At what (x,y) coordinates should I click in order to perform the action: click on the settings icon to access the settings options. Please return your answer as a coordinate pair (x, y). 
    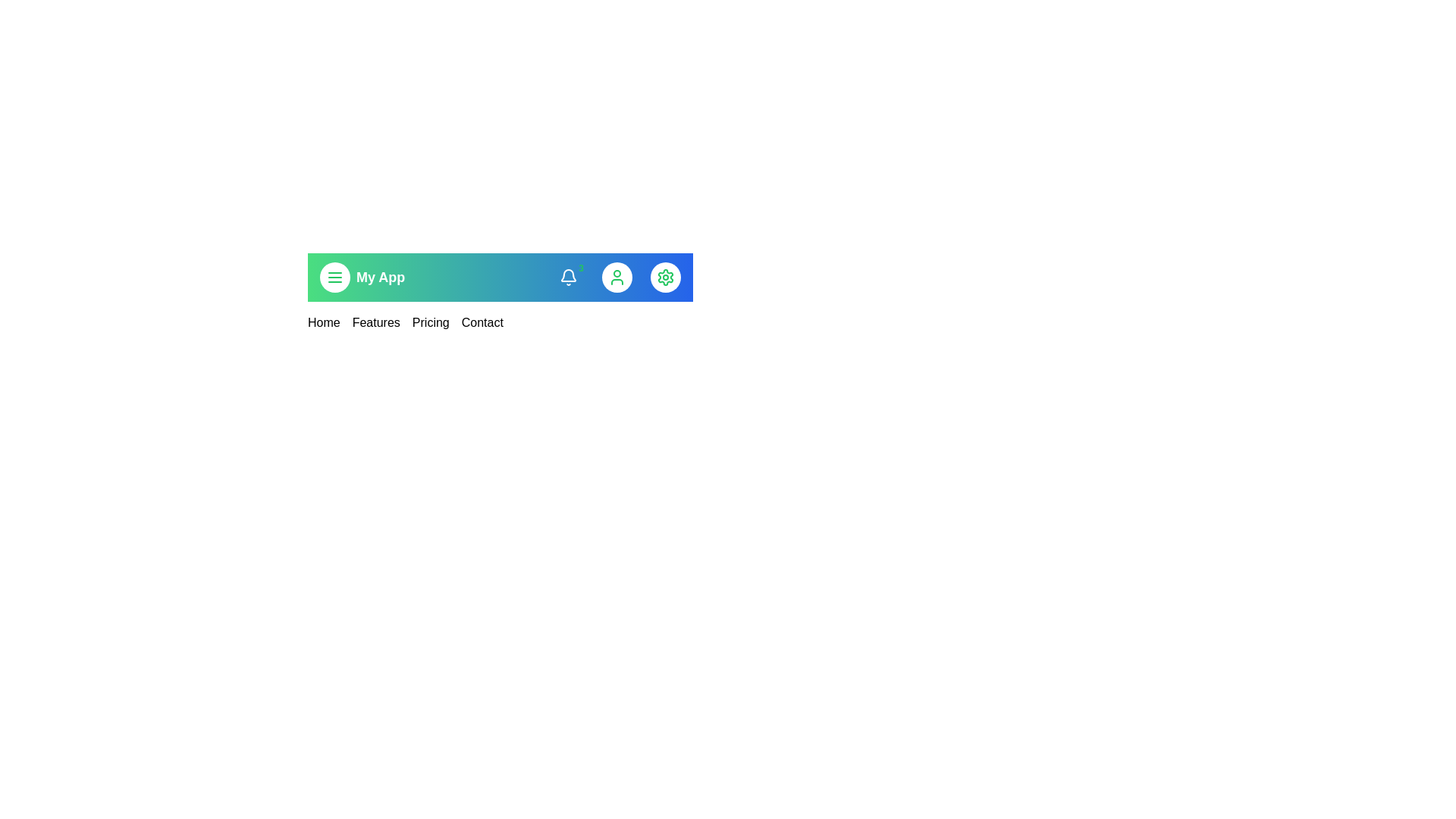
    Looking at the image, I should click on (666, 278).